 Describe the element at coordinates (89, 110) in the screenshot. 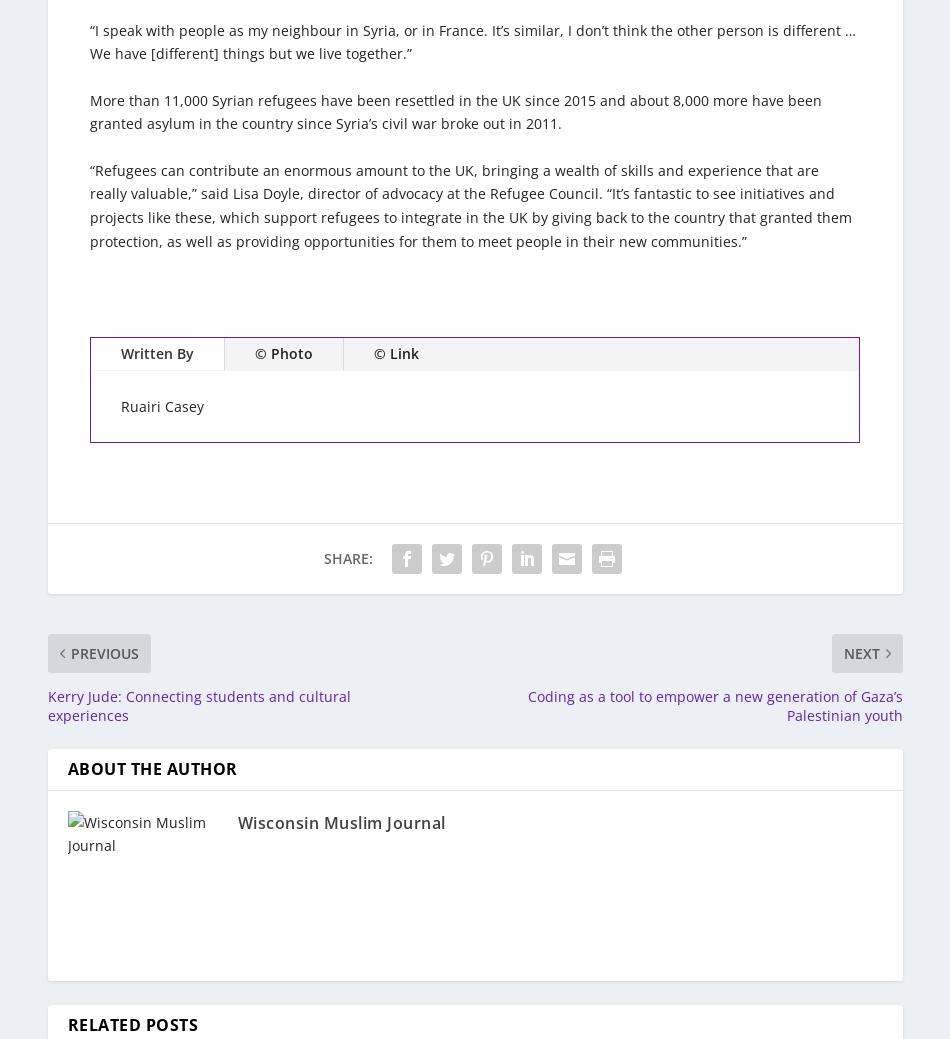

I see `'More than 11,000 Syrian refugees have been resettled in the UK since 2015 and about 8,000 more have been granted asylum in the country since Syria’s civil war broke out in 2011.'` at that location.